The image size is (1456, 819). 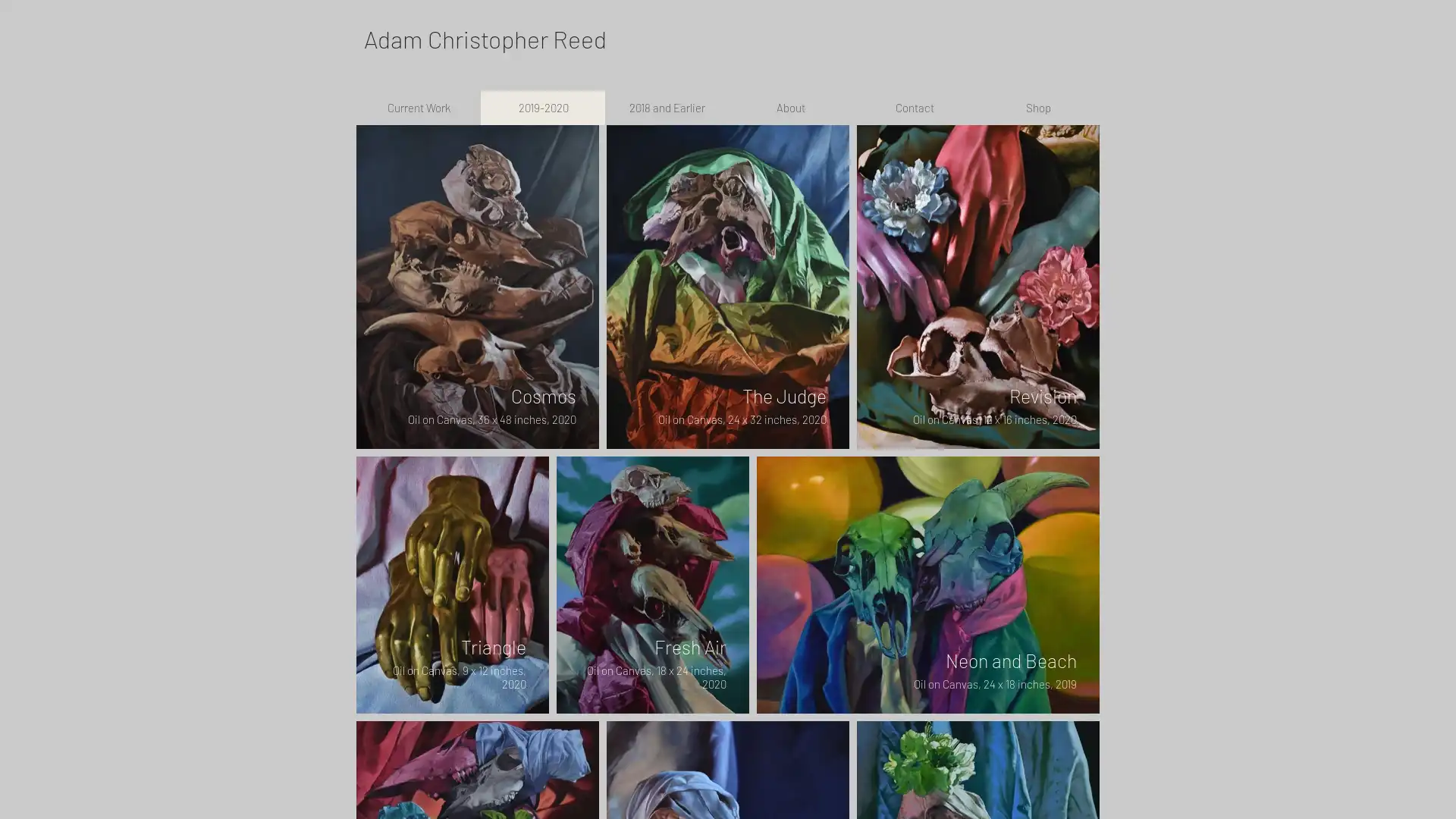 I want to click on Neon and Beach, so click(x=927, y=583).